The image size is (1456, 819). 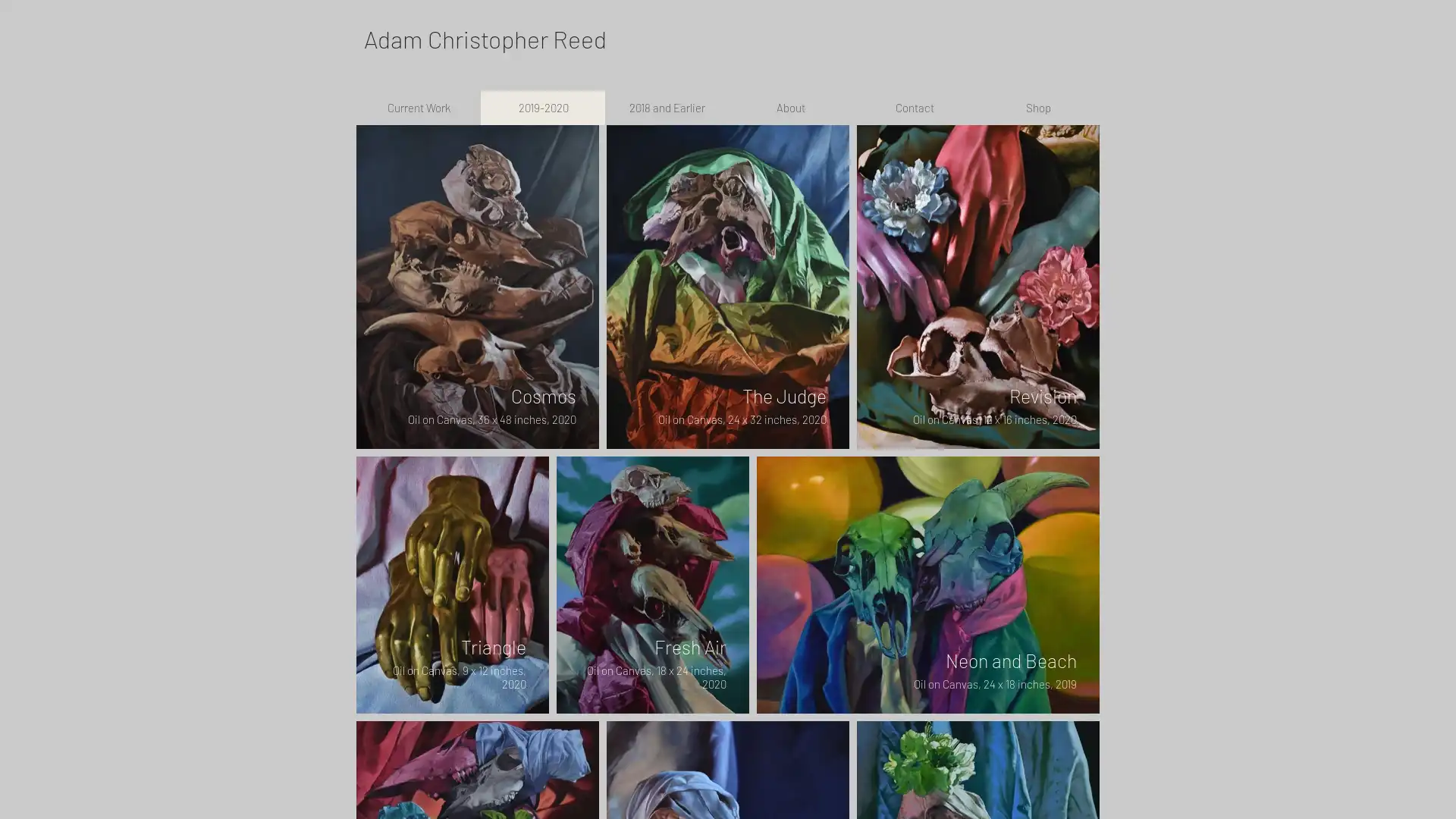 I want to click on Neon and Beach, so click(x=927, y=583).